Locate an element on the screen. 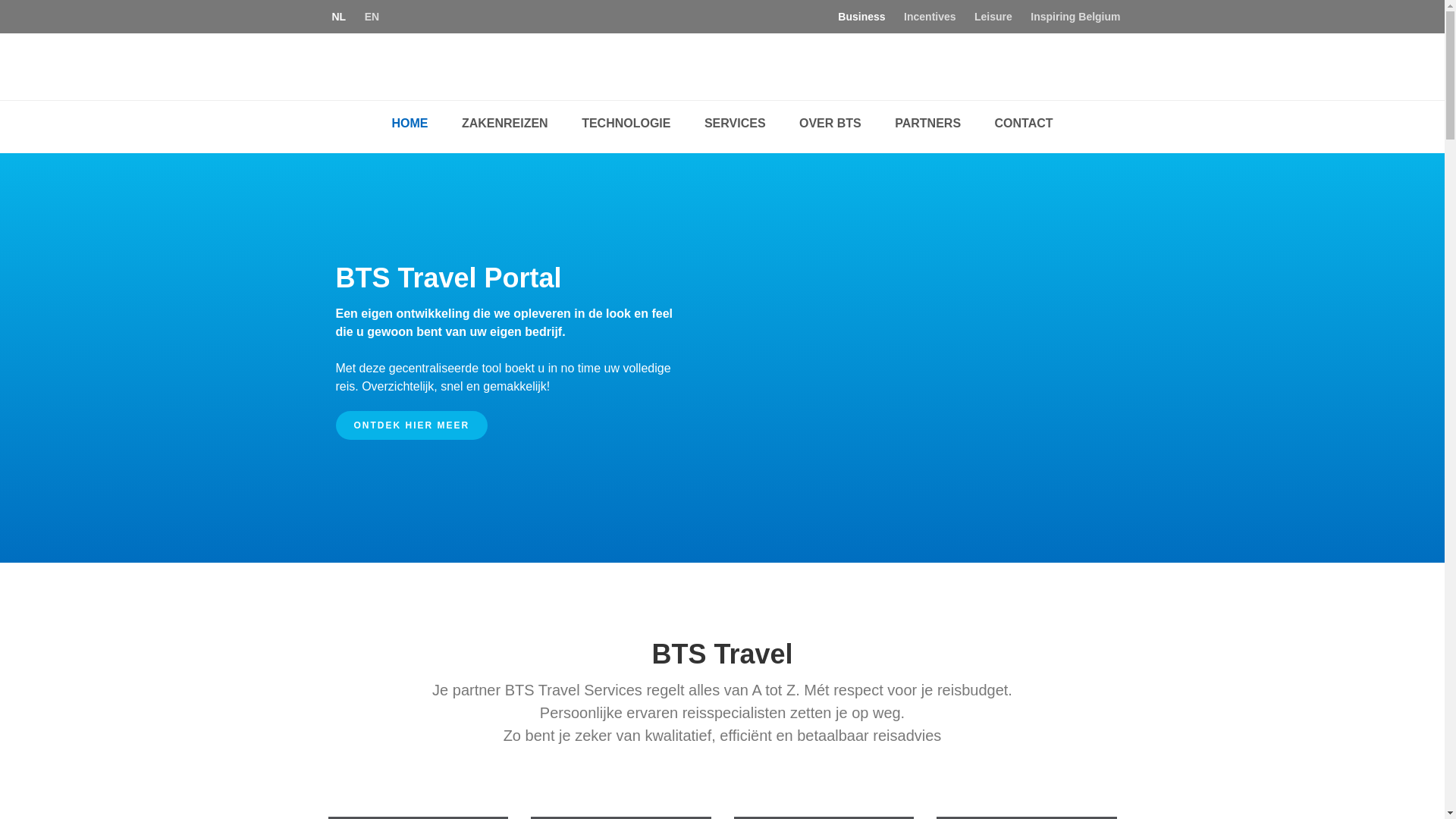  'TECHNOLOGIE' is located at coordinates (626, 122).